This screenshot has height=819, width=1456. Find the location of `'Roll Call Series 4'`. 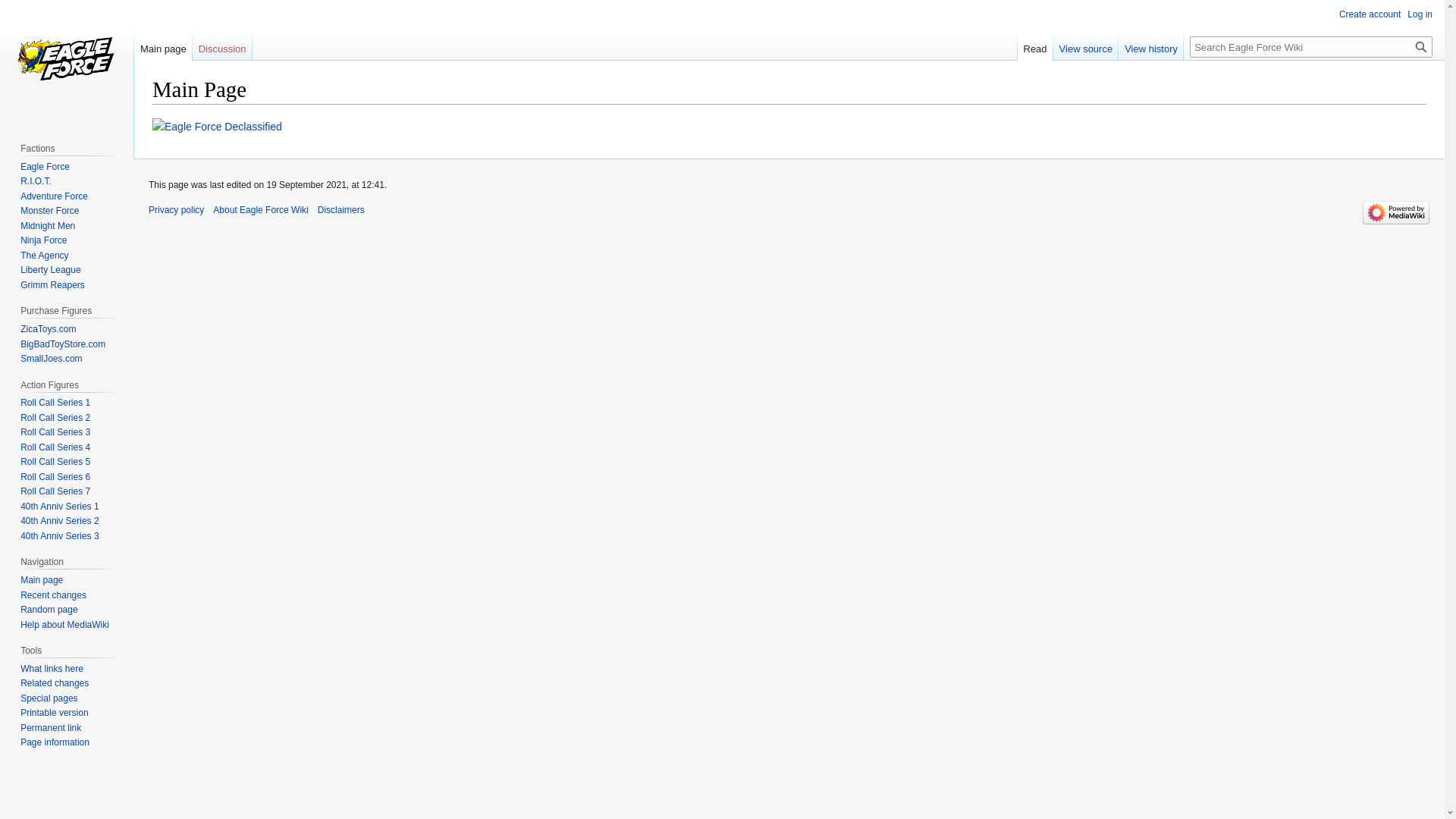

'Roll Call Series 4' is located at coordinates (55, 447).